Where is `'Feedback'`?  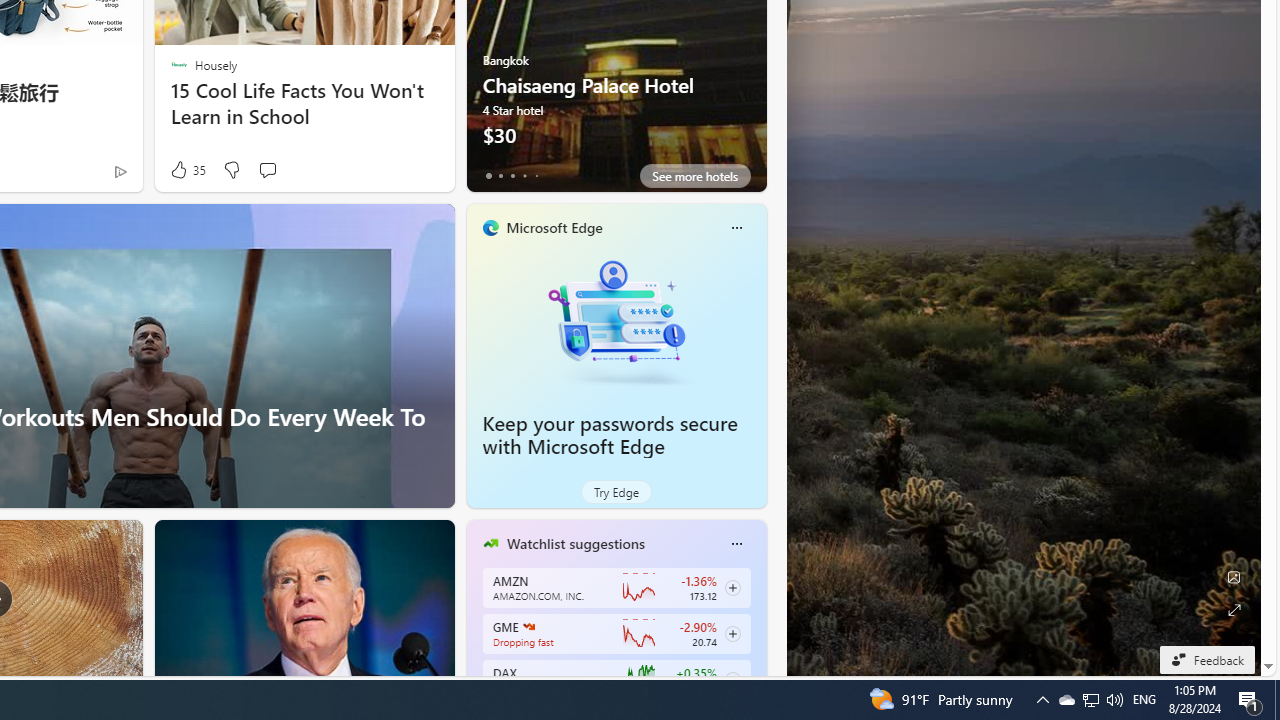
'Feedback' is located at coordinates (1205, 659).